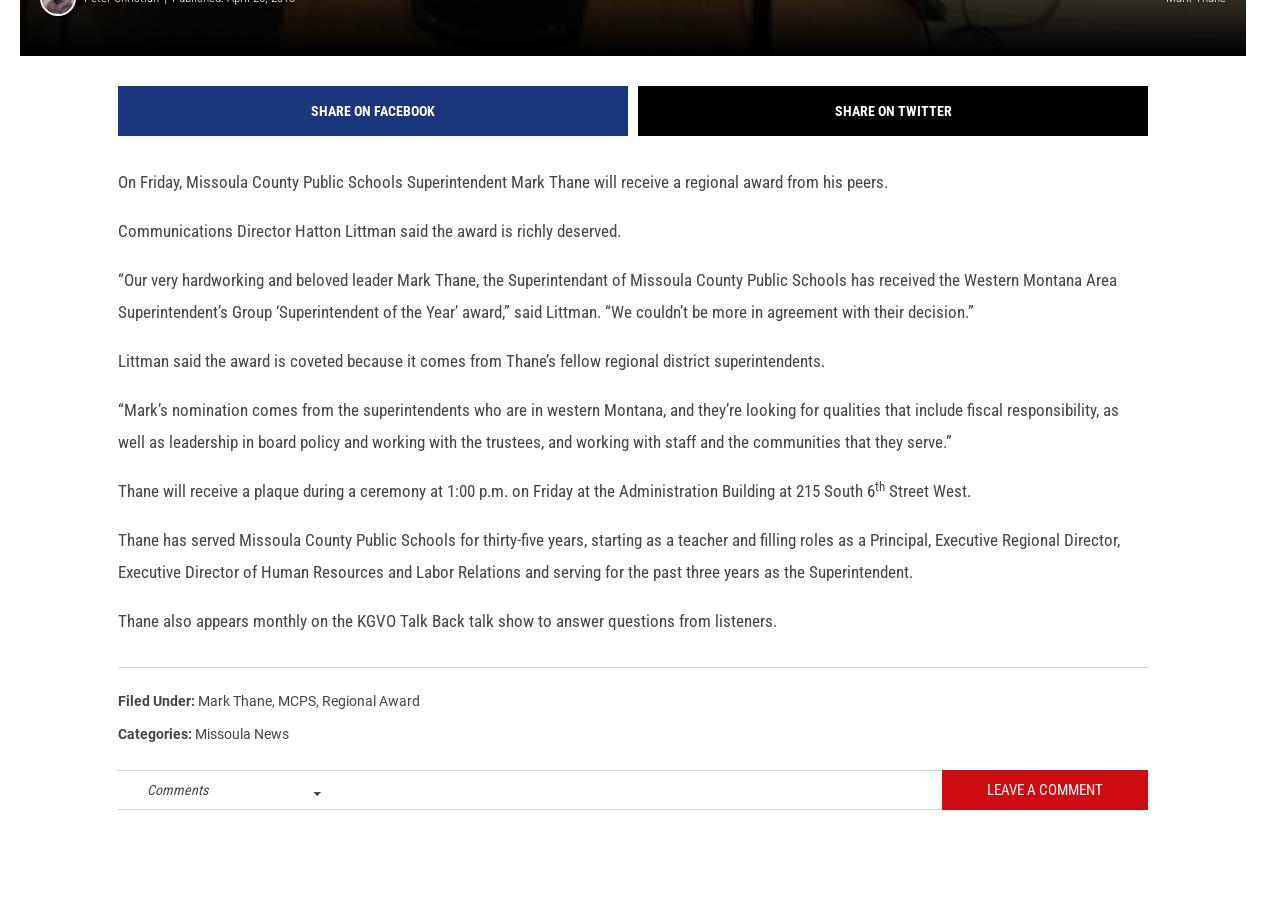 This screenshot has width=1286, height=906. I want to click on 'Leave A Comment', so click(1044, 816).